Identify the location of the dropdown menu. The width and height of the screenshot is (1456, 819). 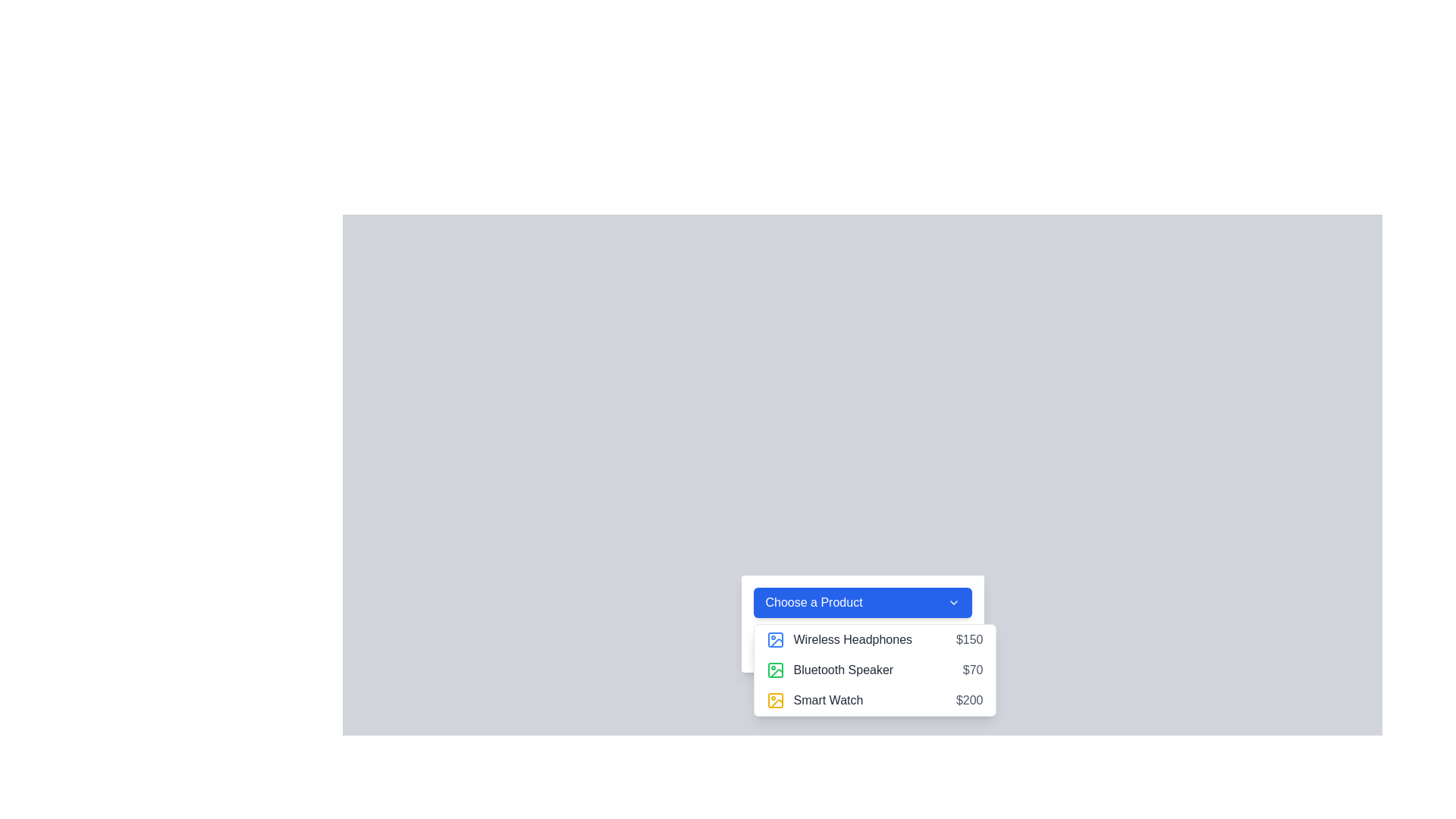
(874, 669).